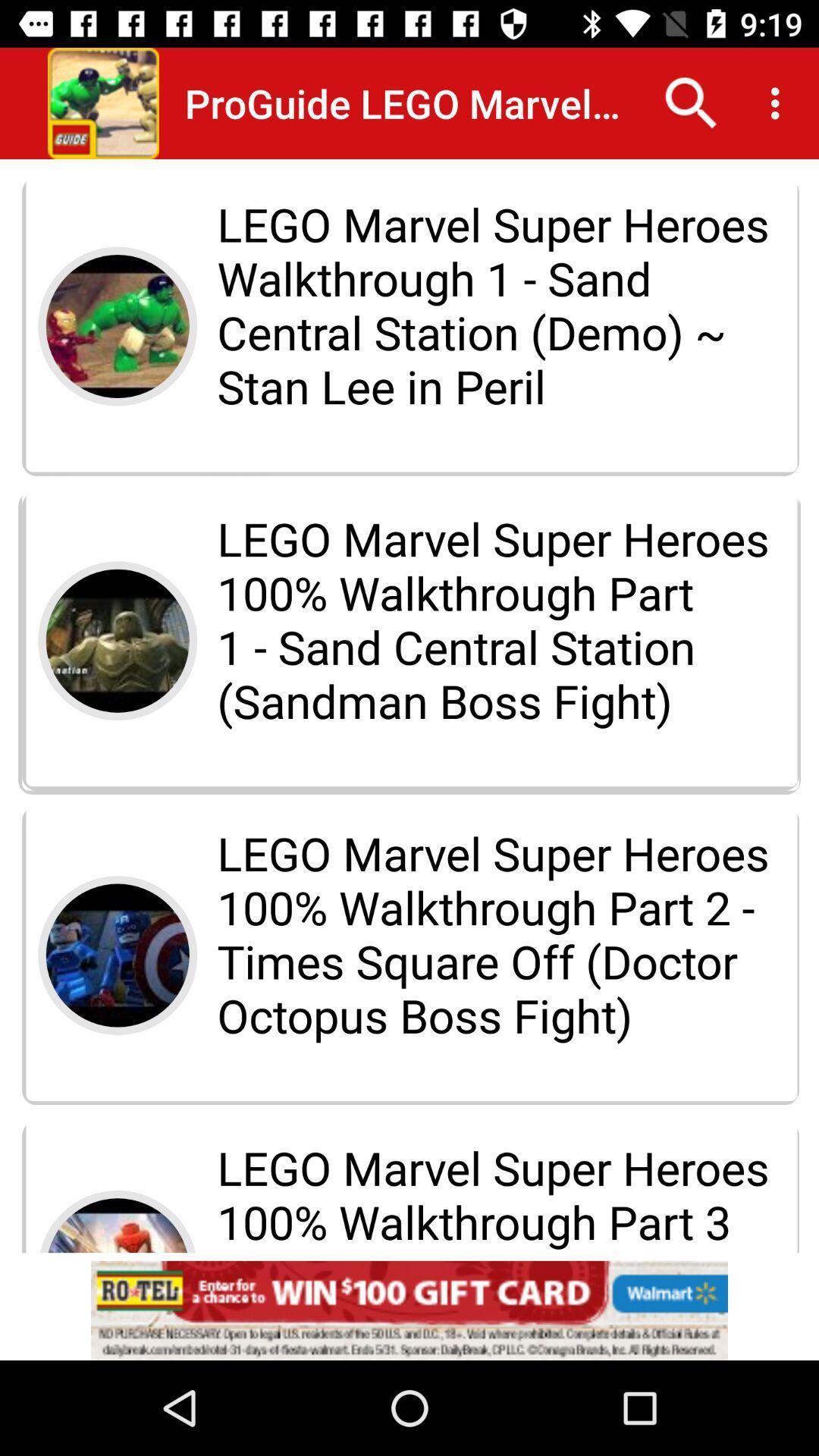 The image size is (819, 1456). I want to click on win card, so click(409, 1310).